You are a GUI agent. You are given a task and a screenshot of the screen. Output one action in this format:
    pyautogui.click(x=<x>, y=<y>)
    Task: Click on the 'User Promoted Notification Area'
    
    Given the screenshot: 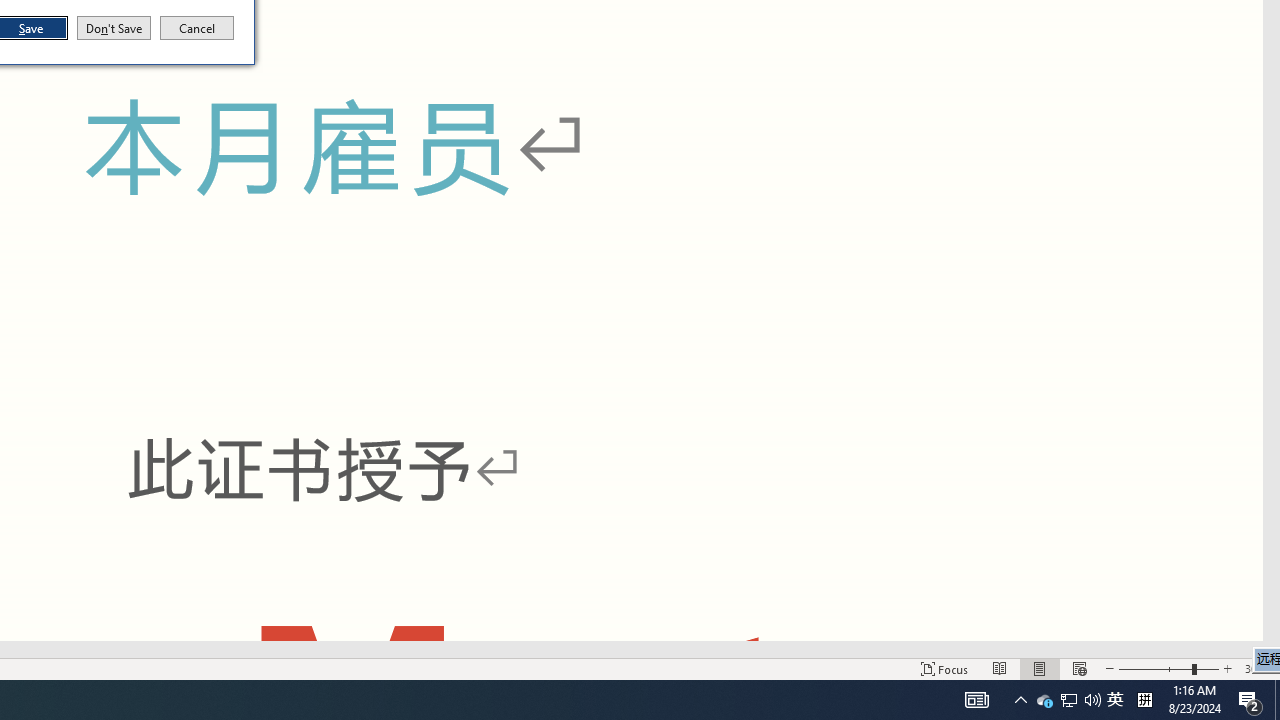 What is the action you would take?
    pyautogui.click(x=1067, y=698)
    